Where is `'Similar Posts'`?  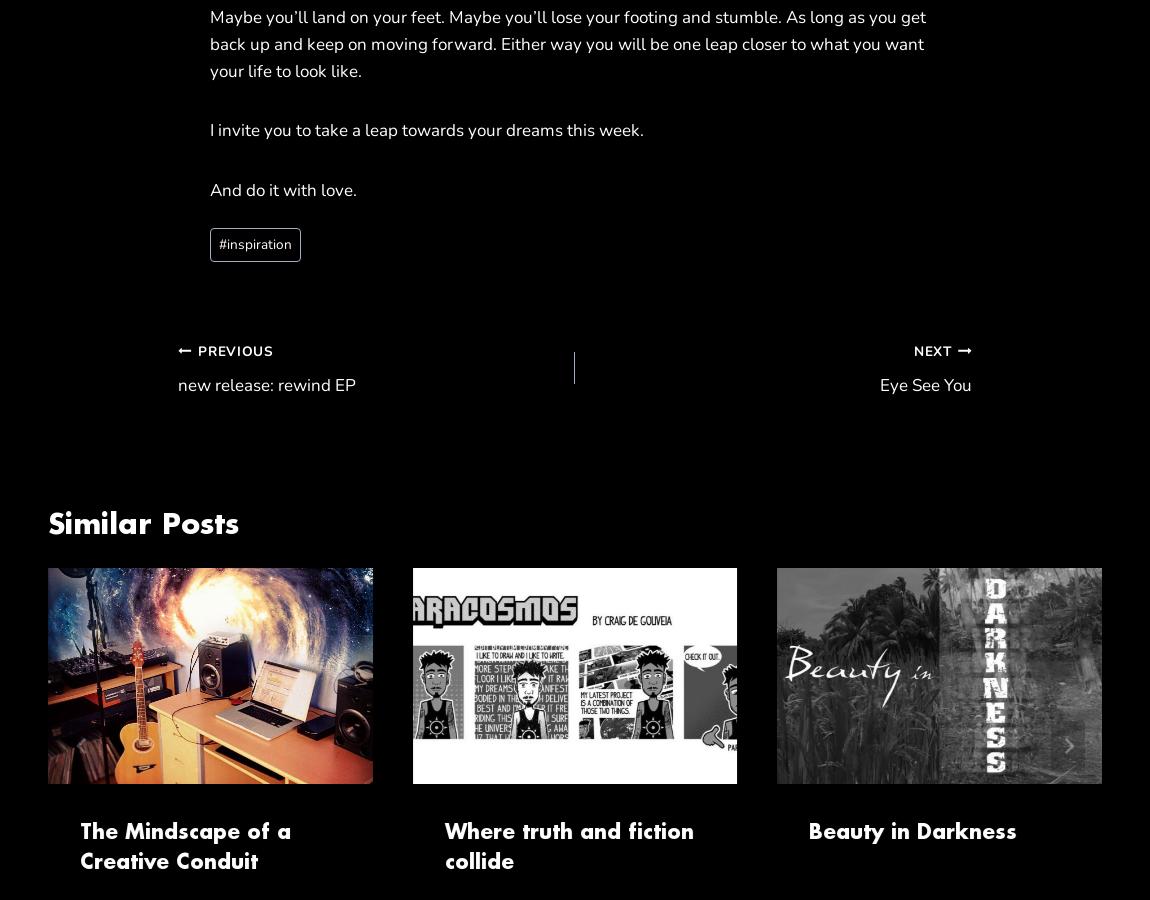
'Similar Posts' is located at coordinates (46, 521).